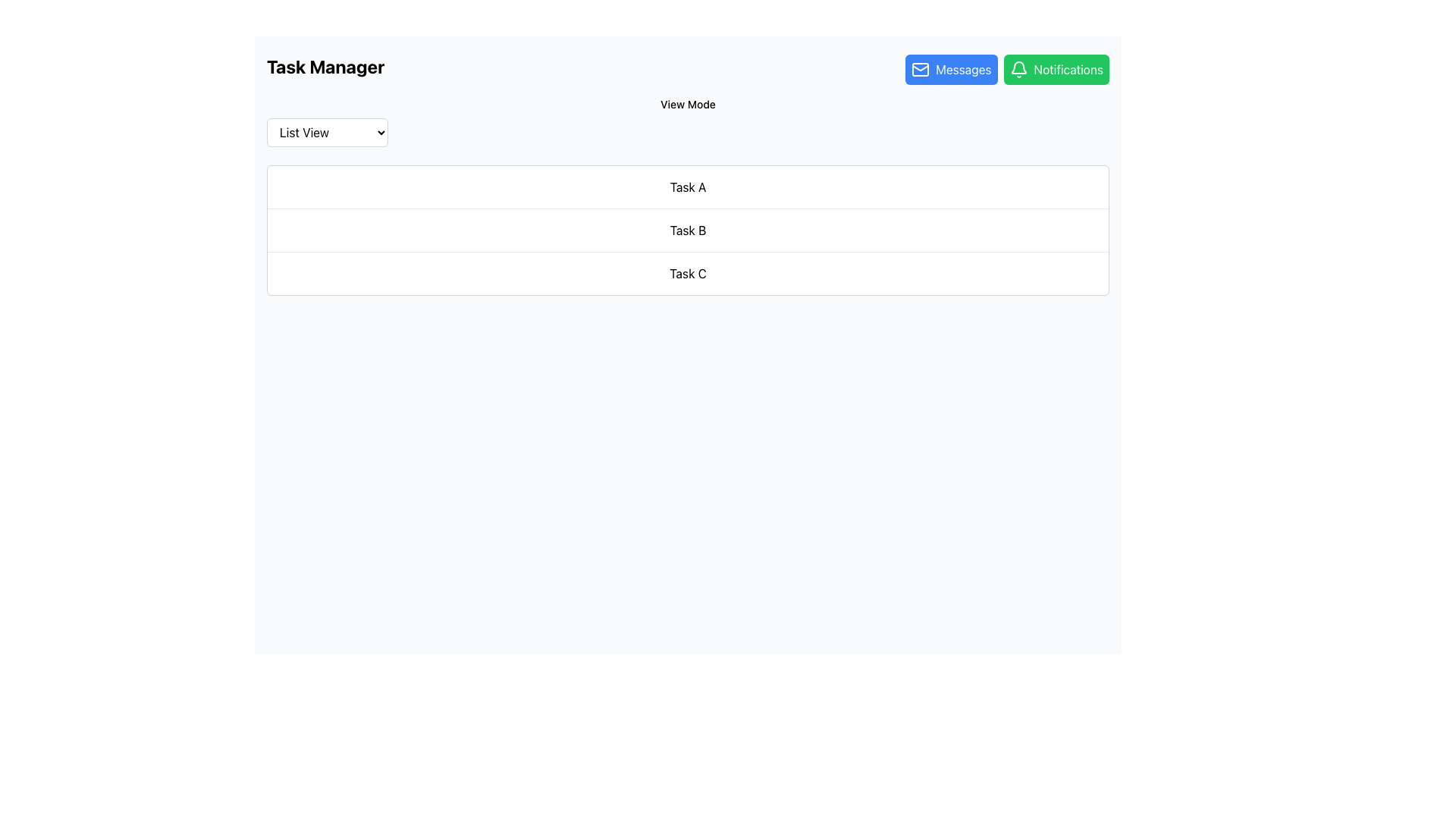 This screenshot has height=819, width=1456. What do you see at coordinates (1055, 70) in the screenshot?
I see `the notifications button located at the top-right corner of the layout, adjacent to the 'Messages' button` at bounding box center [1055, 70].